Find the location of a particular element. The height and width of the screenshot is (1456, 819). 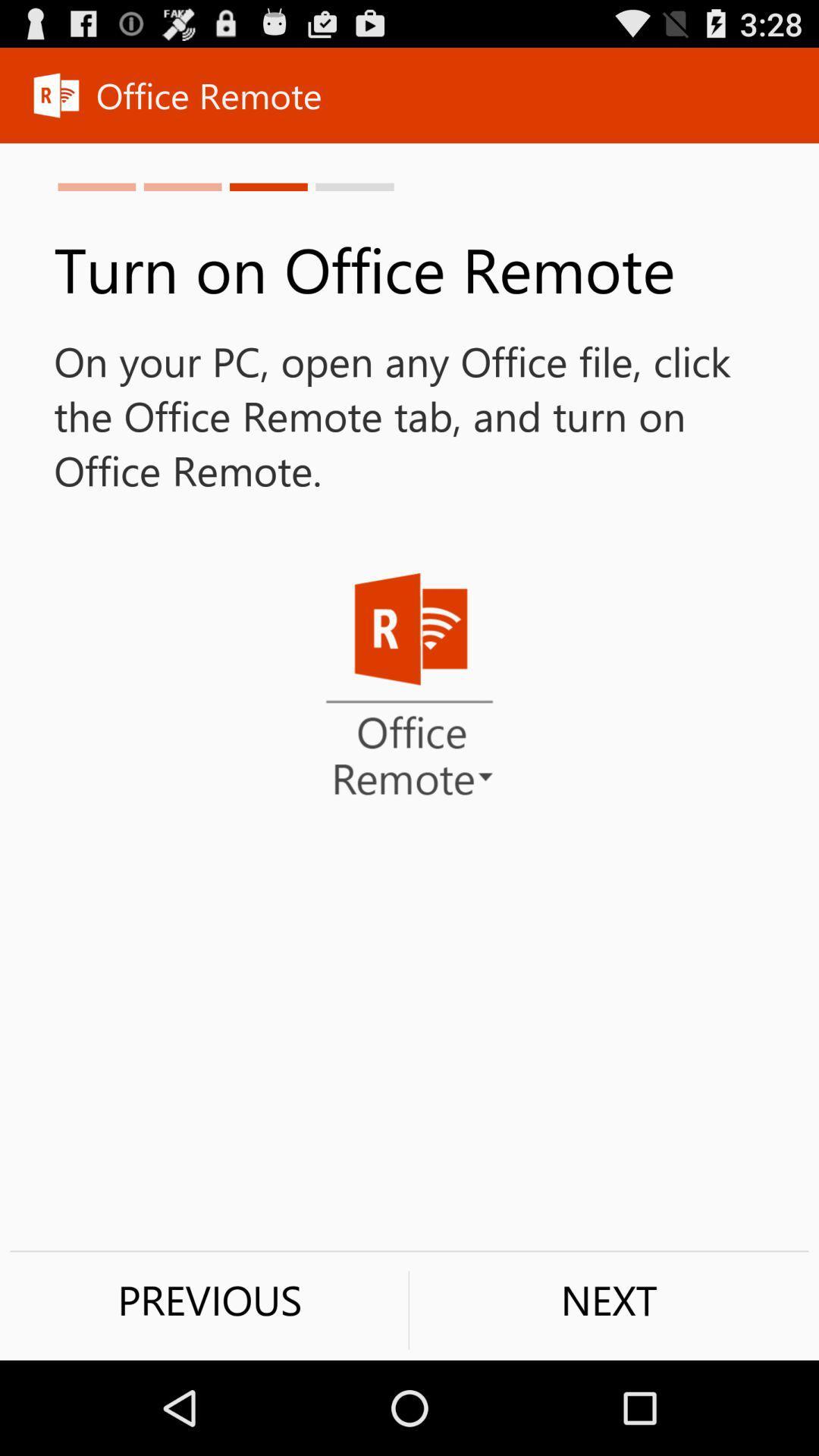

the button at the bottom left corner is located at coordinates (209, 1299).